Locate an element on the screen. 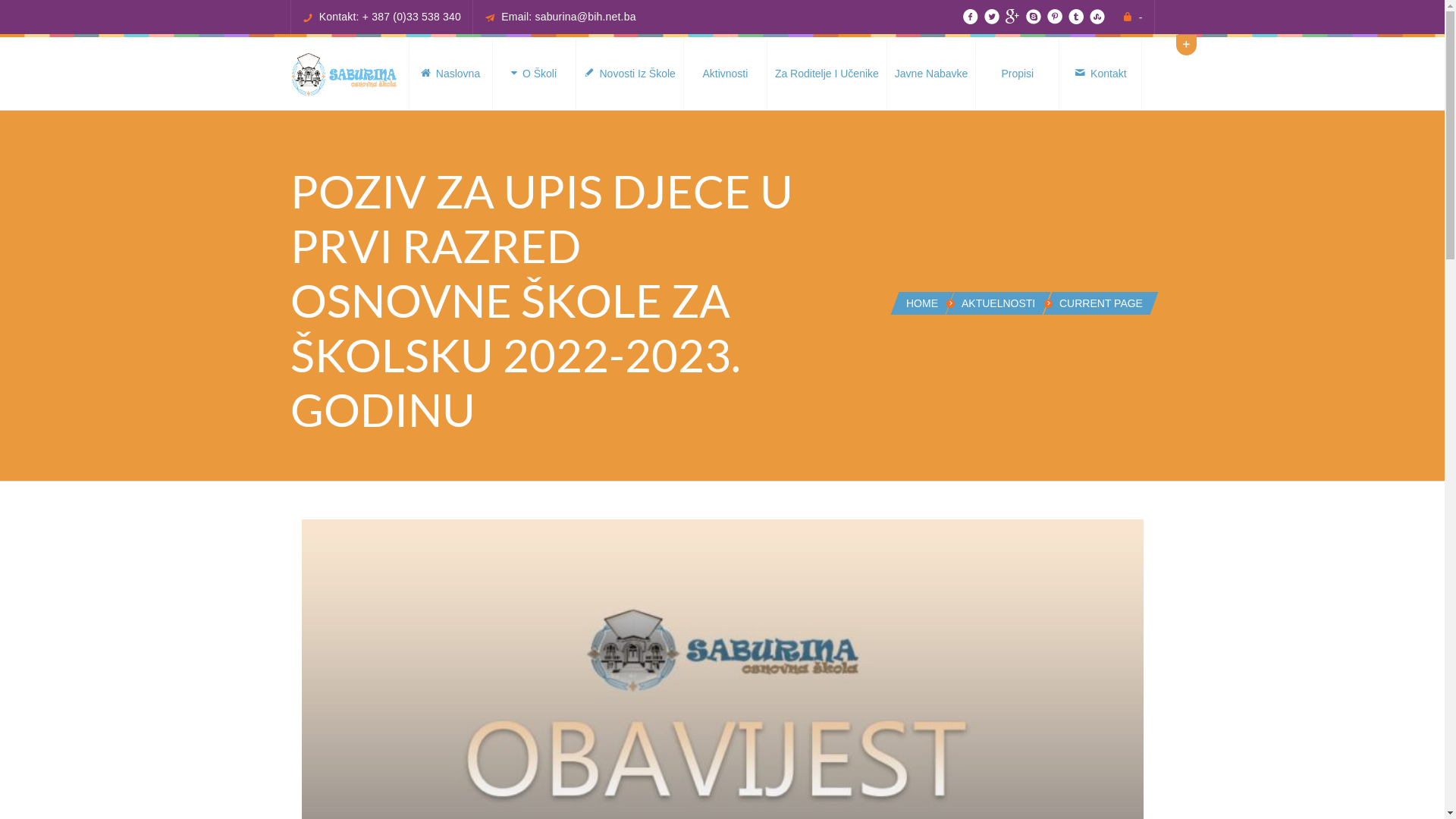 This screenshot has width=1456, height=819. 'Kontakt' is located at coordinates (1100, 74).